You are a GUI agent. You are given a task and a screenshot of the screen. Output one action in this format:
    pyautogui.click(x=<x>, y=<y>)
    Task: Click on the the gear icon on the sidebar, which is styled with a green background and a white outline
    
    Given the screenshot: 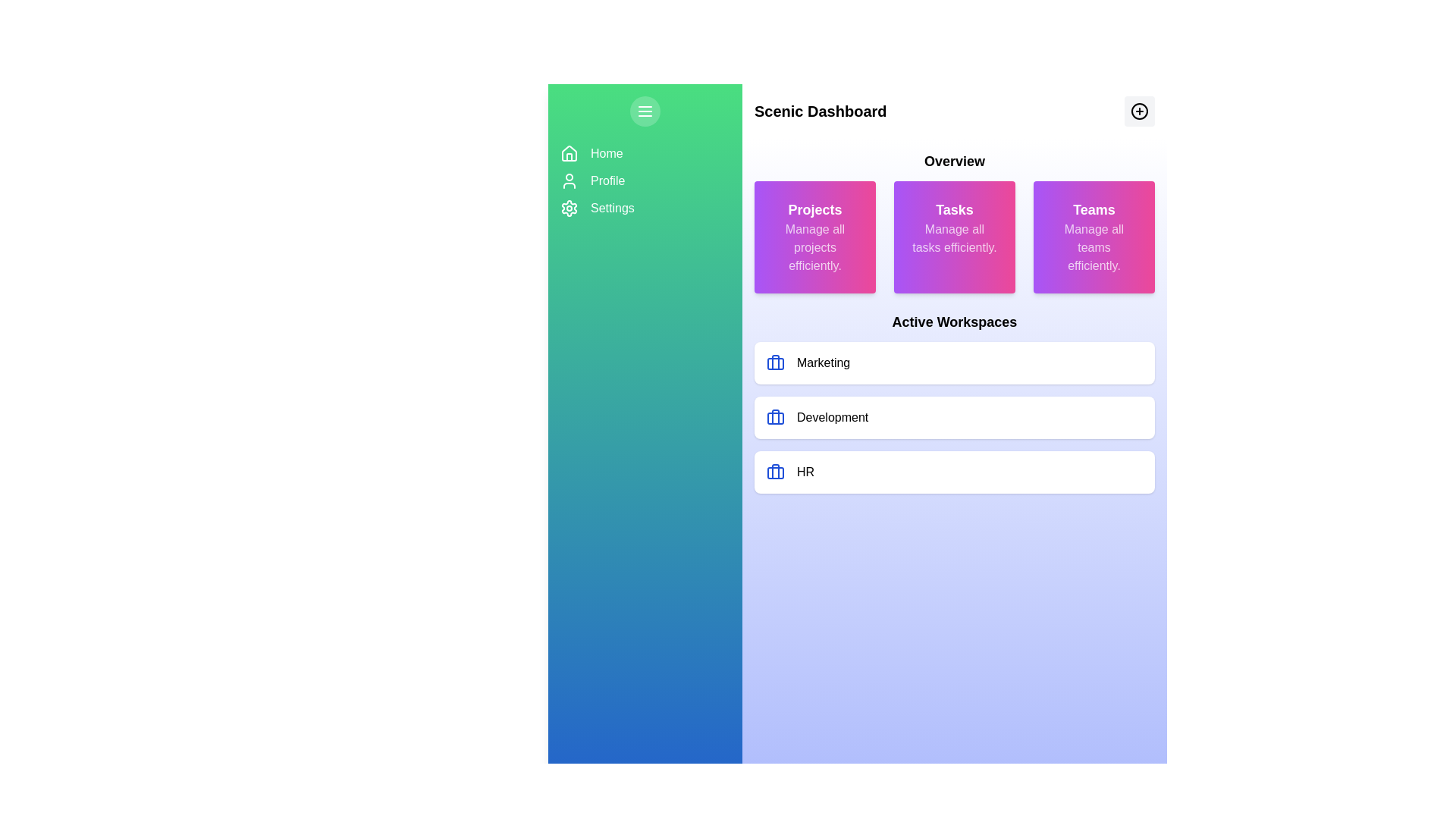 What is the action you would take?
    pyautogui.click(x=568, y=208)
    